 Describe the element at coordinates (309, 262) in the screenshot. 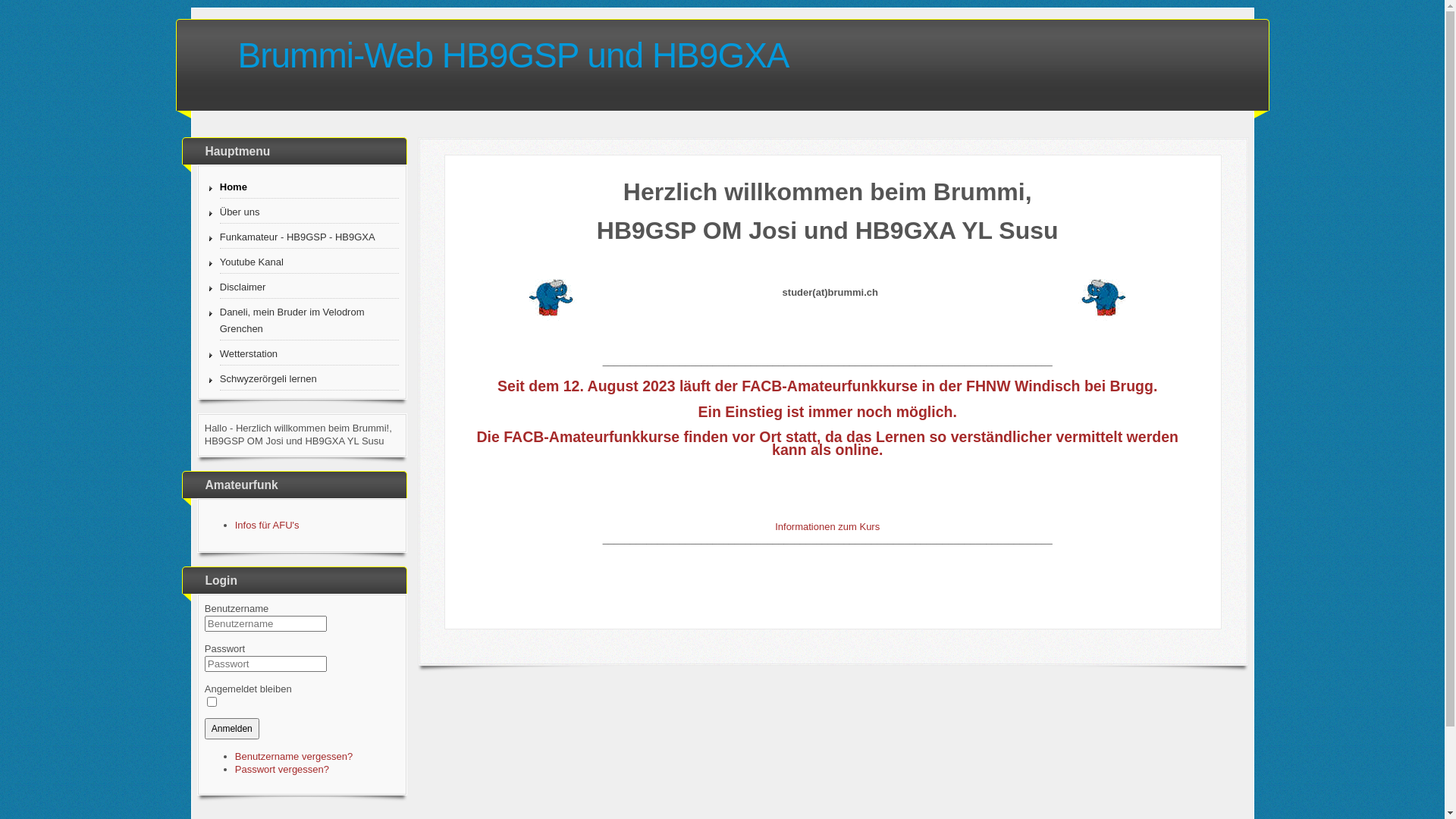

I see `'Youtube Kanal'` at that location.